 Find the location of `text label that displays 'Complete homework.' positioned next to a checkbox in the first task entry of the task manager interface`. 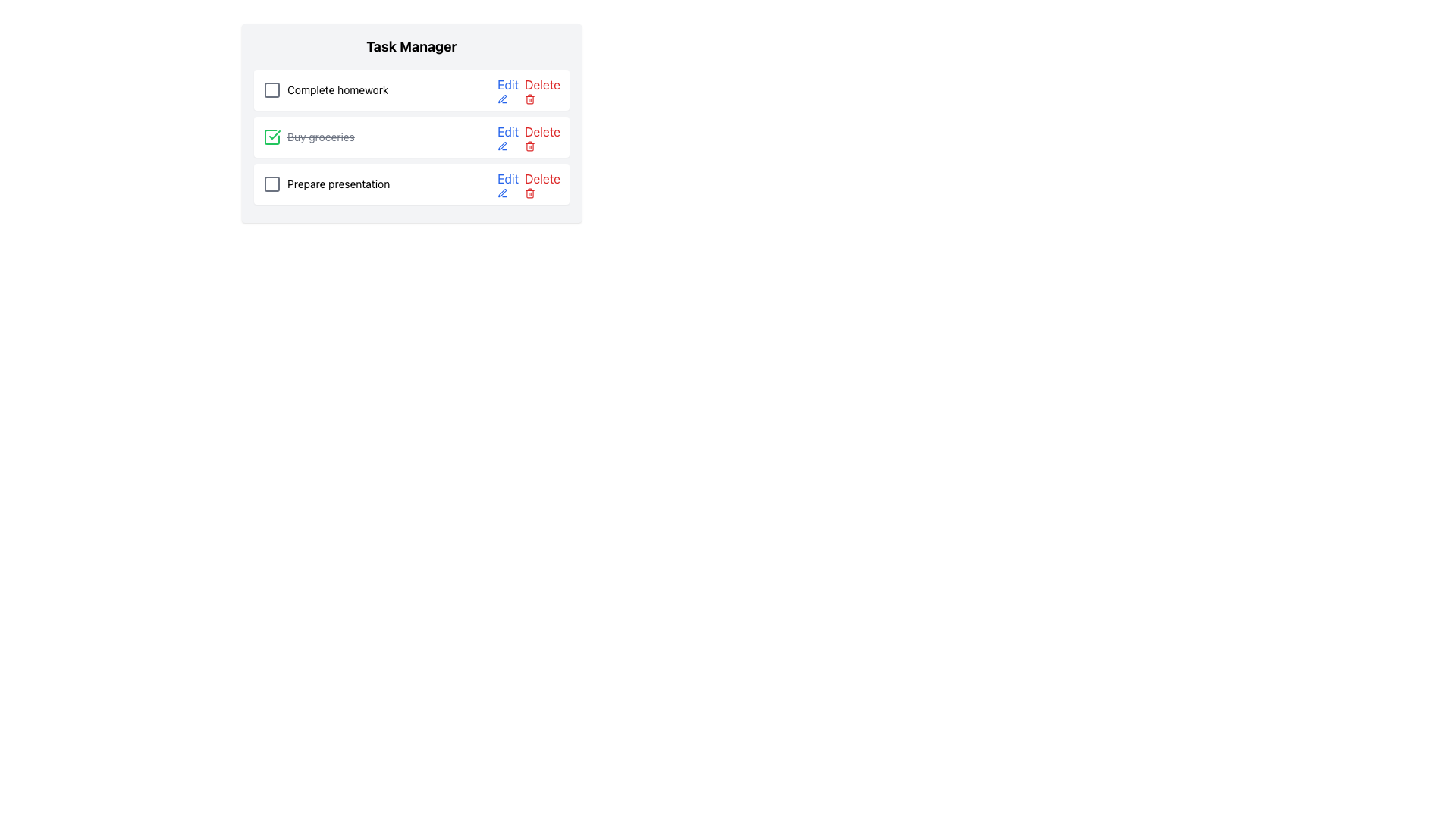

text label that displays 'Complete homework.' positioned next to a checkbox in the first task entry of the task manager interface is located at coordinates (337, 90).